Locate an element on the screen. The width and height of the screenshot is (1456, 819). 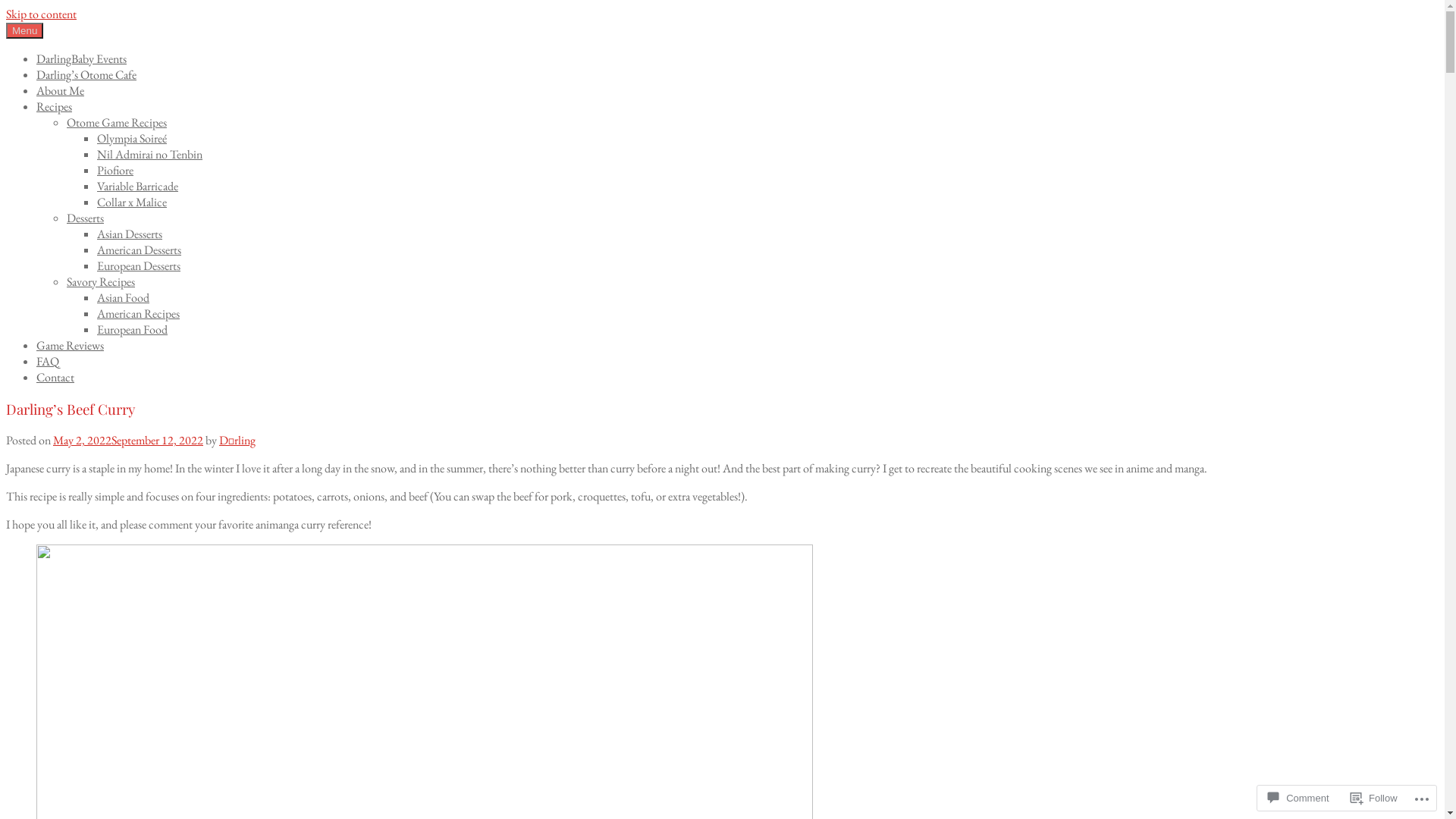
'European Desserts' is located at coordinates (138, 265).